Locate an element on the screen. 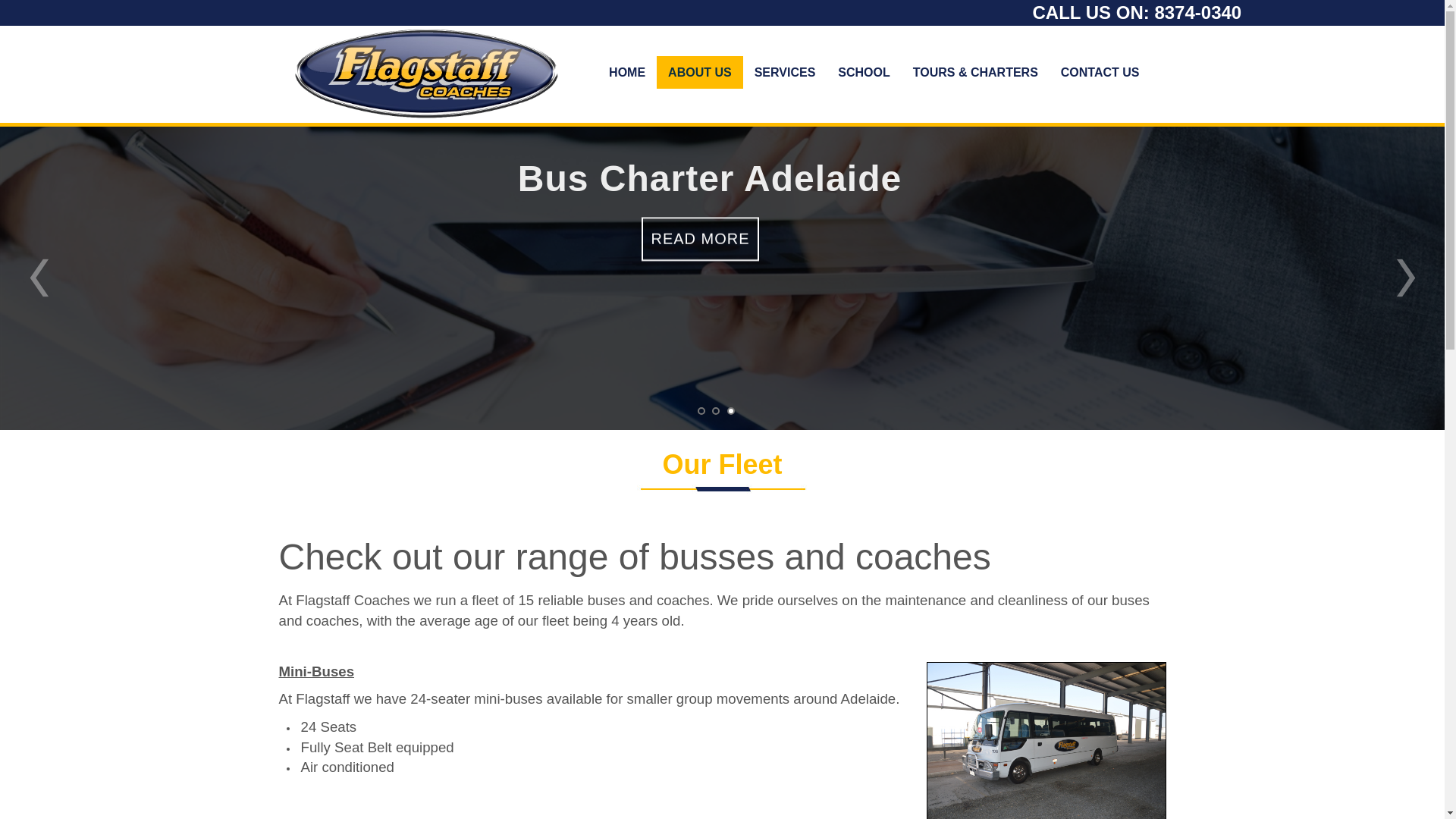  'CONTACT US' is located at coordinates (1048, 72).